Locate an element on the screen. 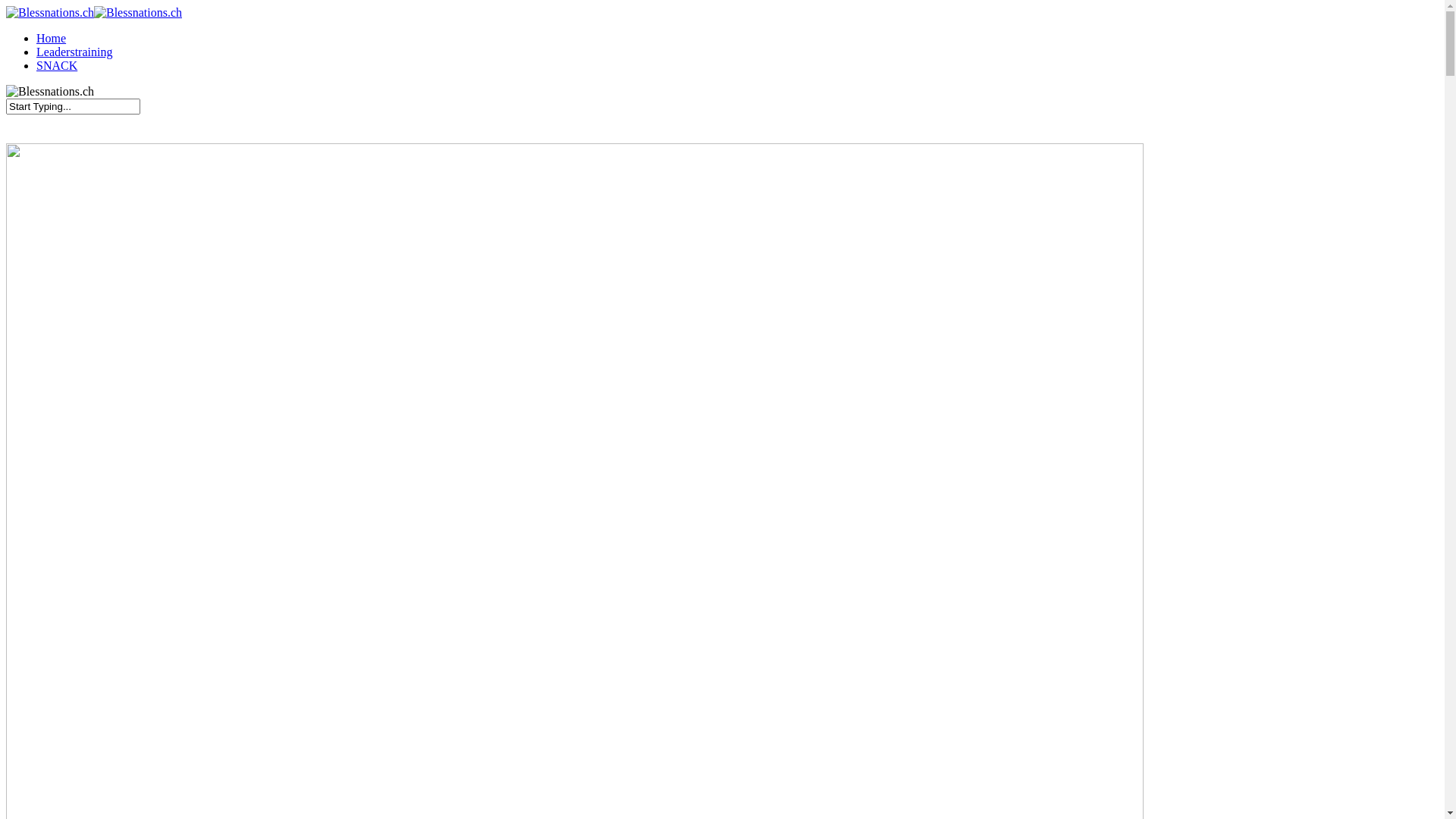  'Leaderstraining' is located at coordinates (36, 51).